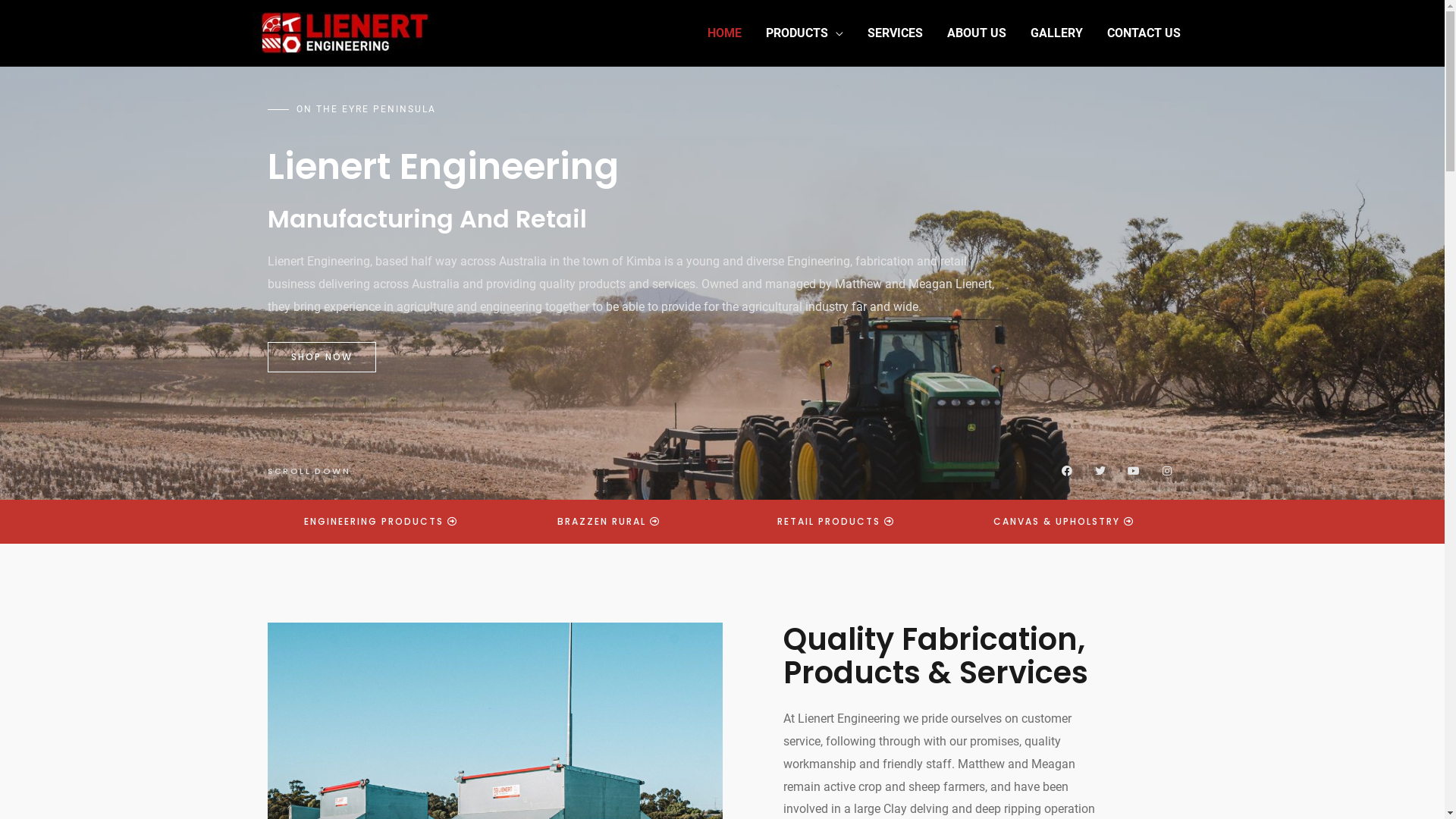 The height and width of the screenshot is (819, 1456). I want to click on 'ENGINEERING PRODUCTS', so click(381, 520).